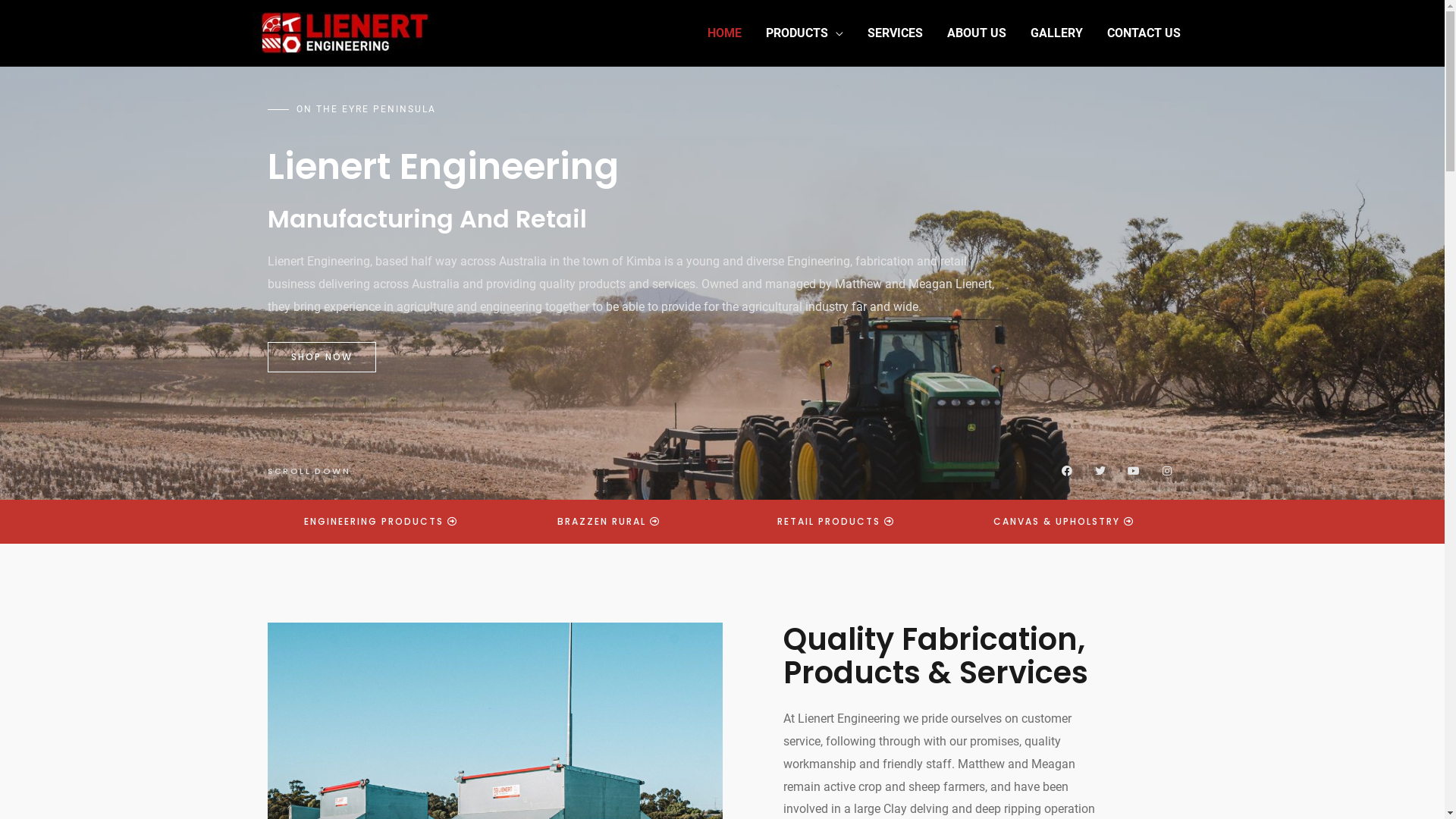 The height and width of the screenshot is (819, 1456). I want to click on 'ENGINEERING PRODUCTS', so click(381, 520).